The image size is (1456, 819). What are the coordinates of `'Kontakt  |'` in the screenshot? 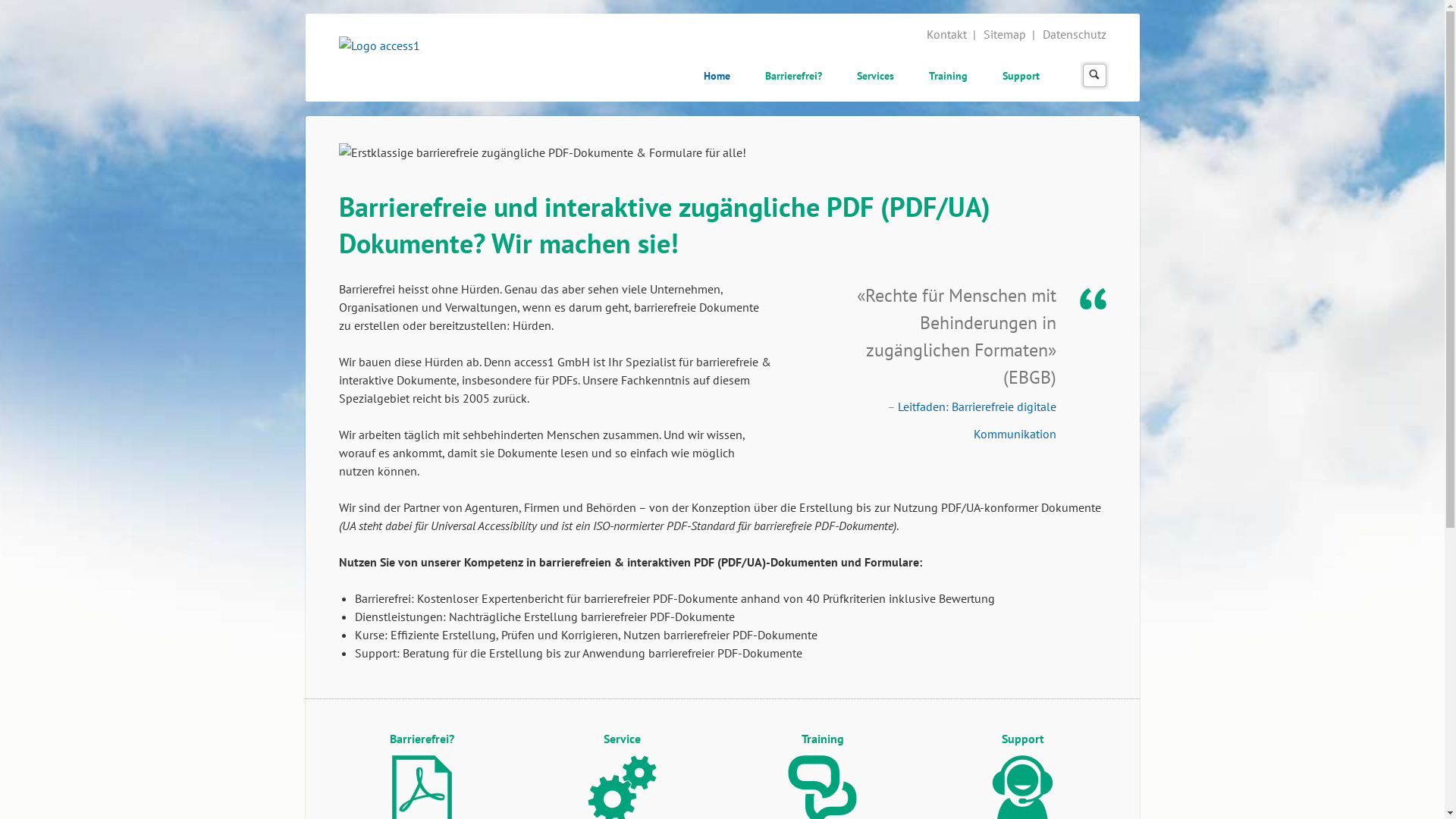 It's located at (926, 34).